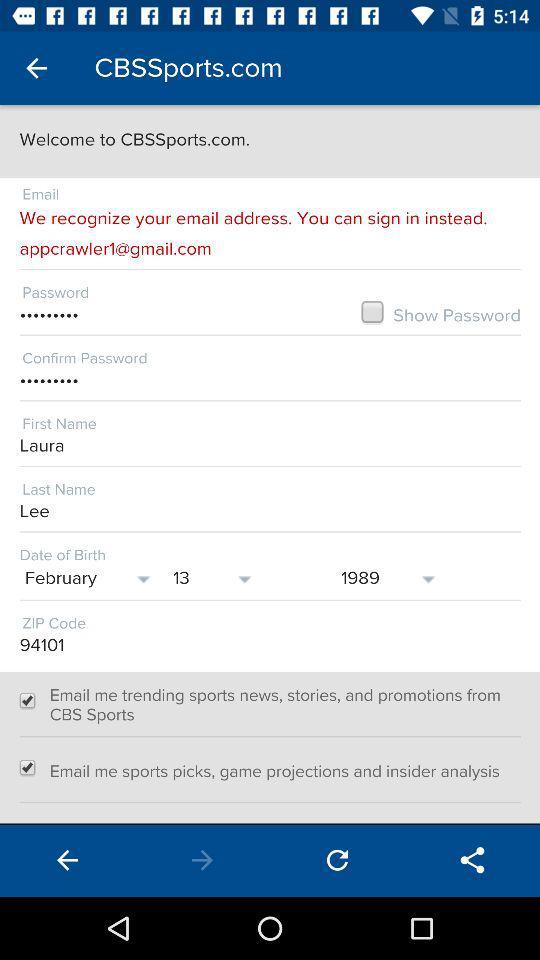  Describe the element at coordinates (472, 859) in the screenshot. I see `the share icon` at that location.